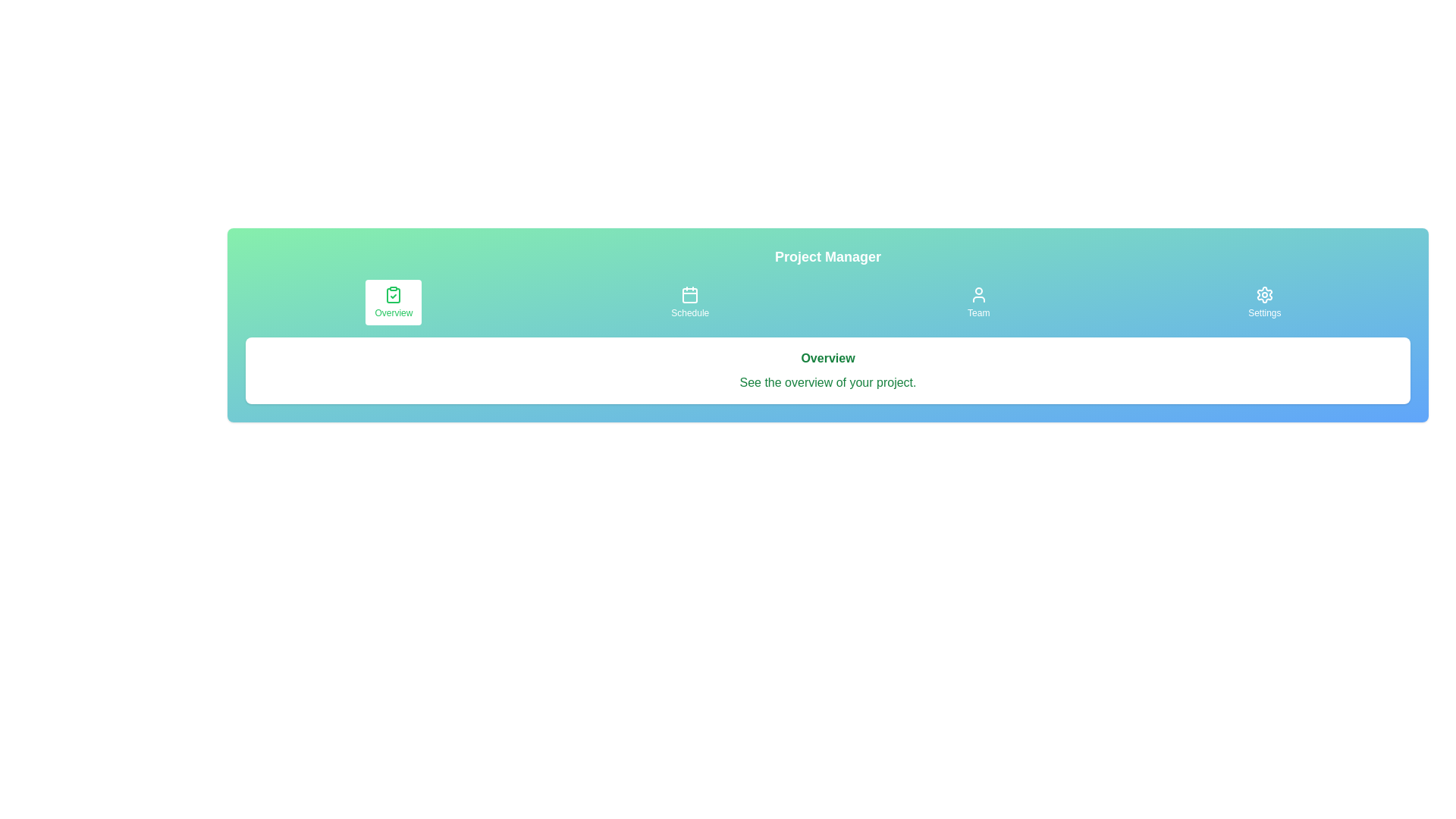  What do you see at coordinates (394, 295) in the screenshot?
I see `the 'Overview' section indicator icon located in the top left quadrant of the interface` at bounding box center [394, 295].